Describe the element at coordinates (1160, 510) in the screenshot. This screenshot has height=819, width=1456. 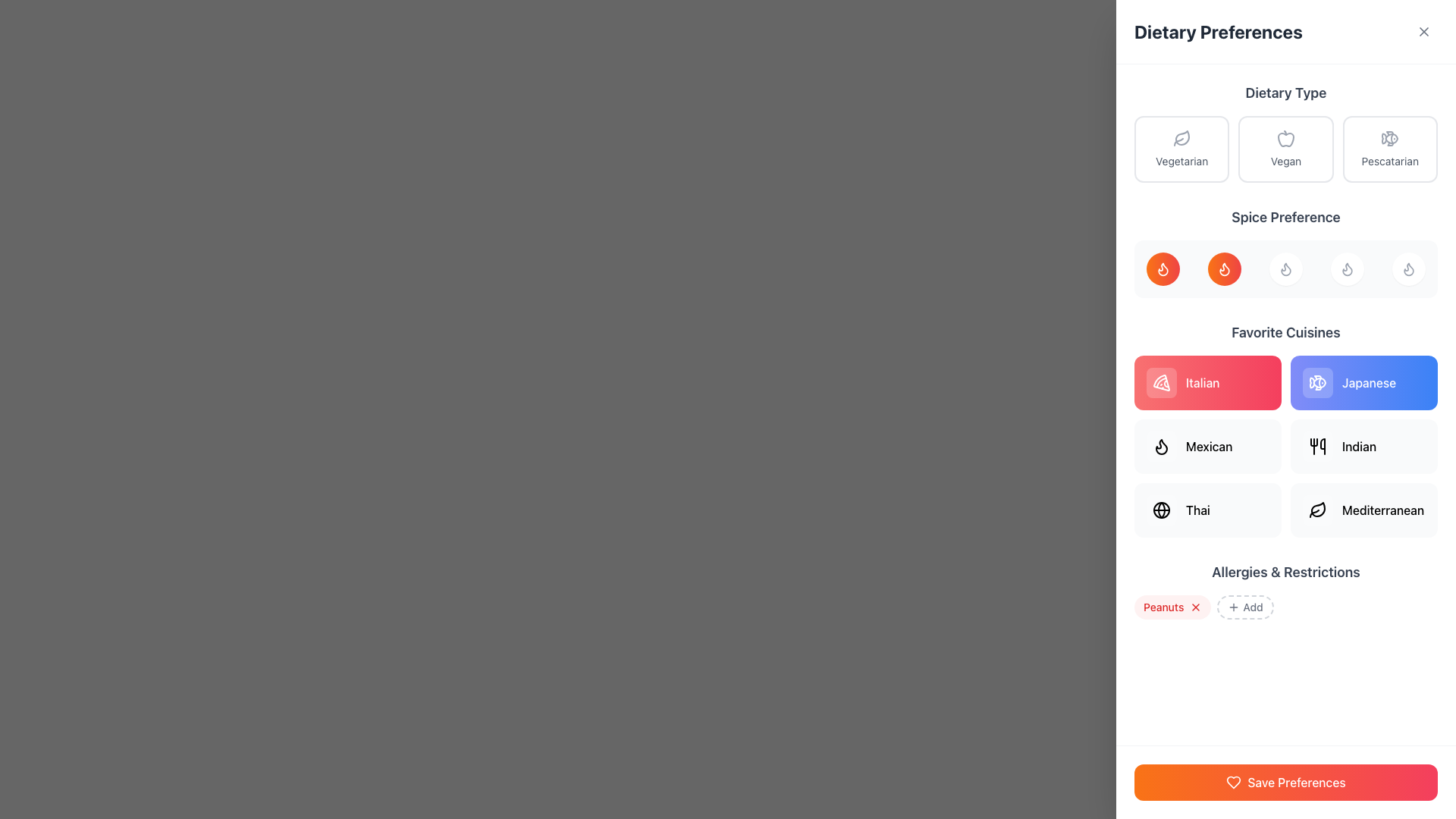
I see `the globe icon representing the Thai cuisine button, located in the top-right corner of the 'Dietary Preferences' panel` at that location.